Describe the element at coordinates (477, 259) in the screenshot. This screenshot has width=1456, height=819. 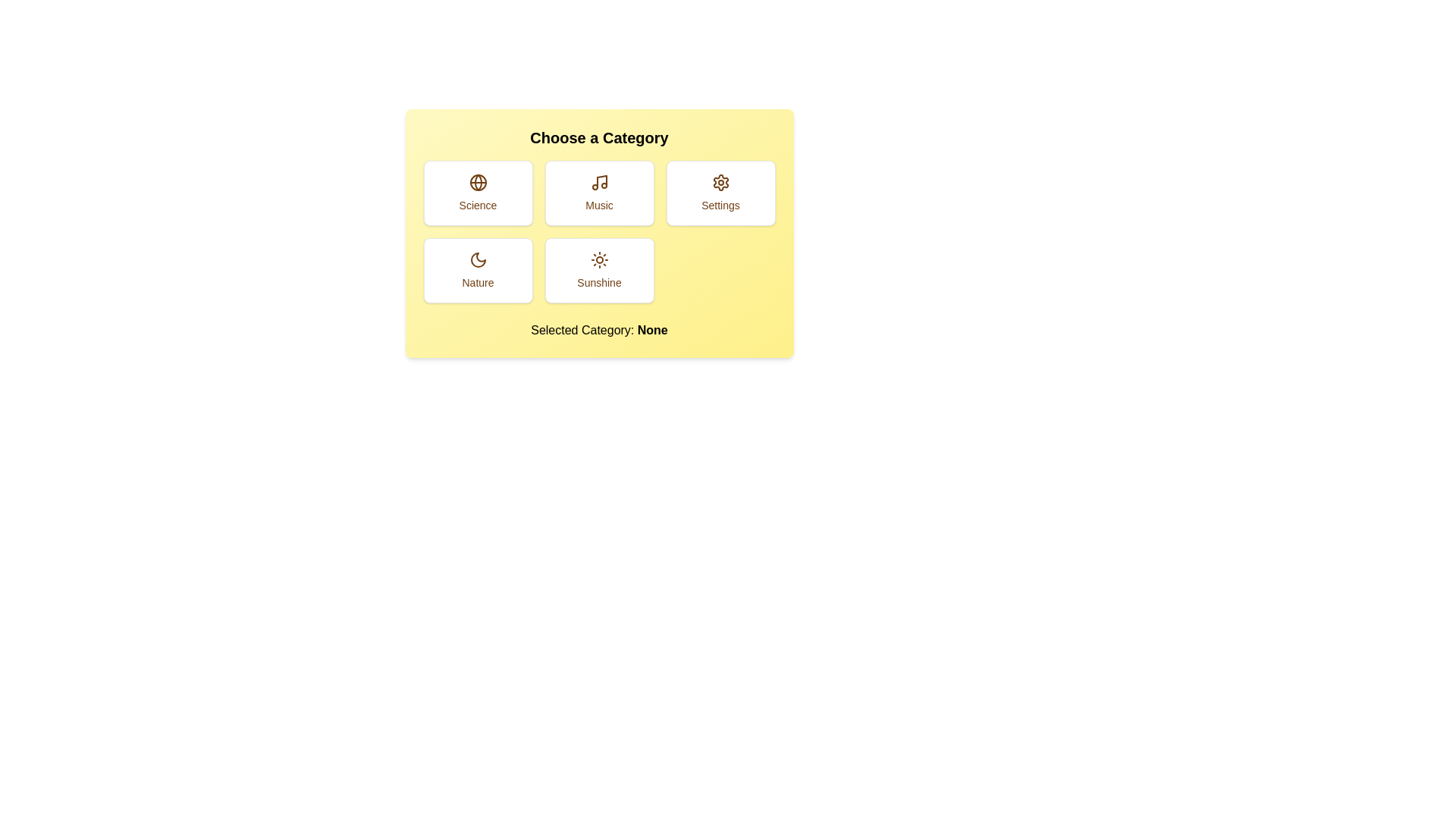
I see `the brown crescent moon-shaped icon located within the 'Nature' button in the bottom-left of the 'Choose a Category' grid` at that location.